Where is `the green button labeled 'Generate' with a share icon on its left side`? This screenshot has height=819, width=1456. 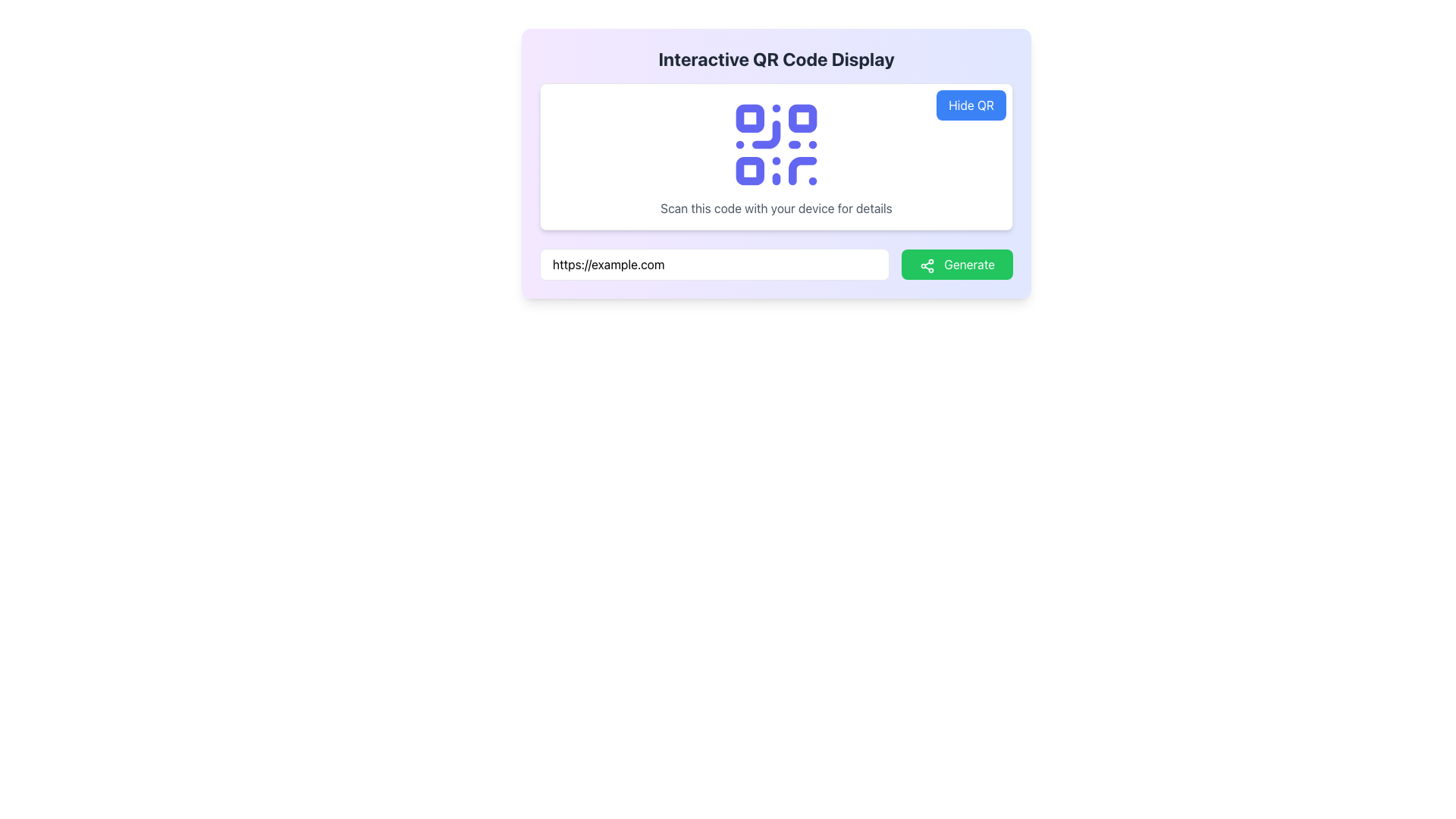
the green button labeled 'Generate' with a share icon on its left side is located at coordinates (956, 263).